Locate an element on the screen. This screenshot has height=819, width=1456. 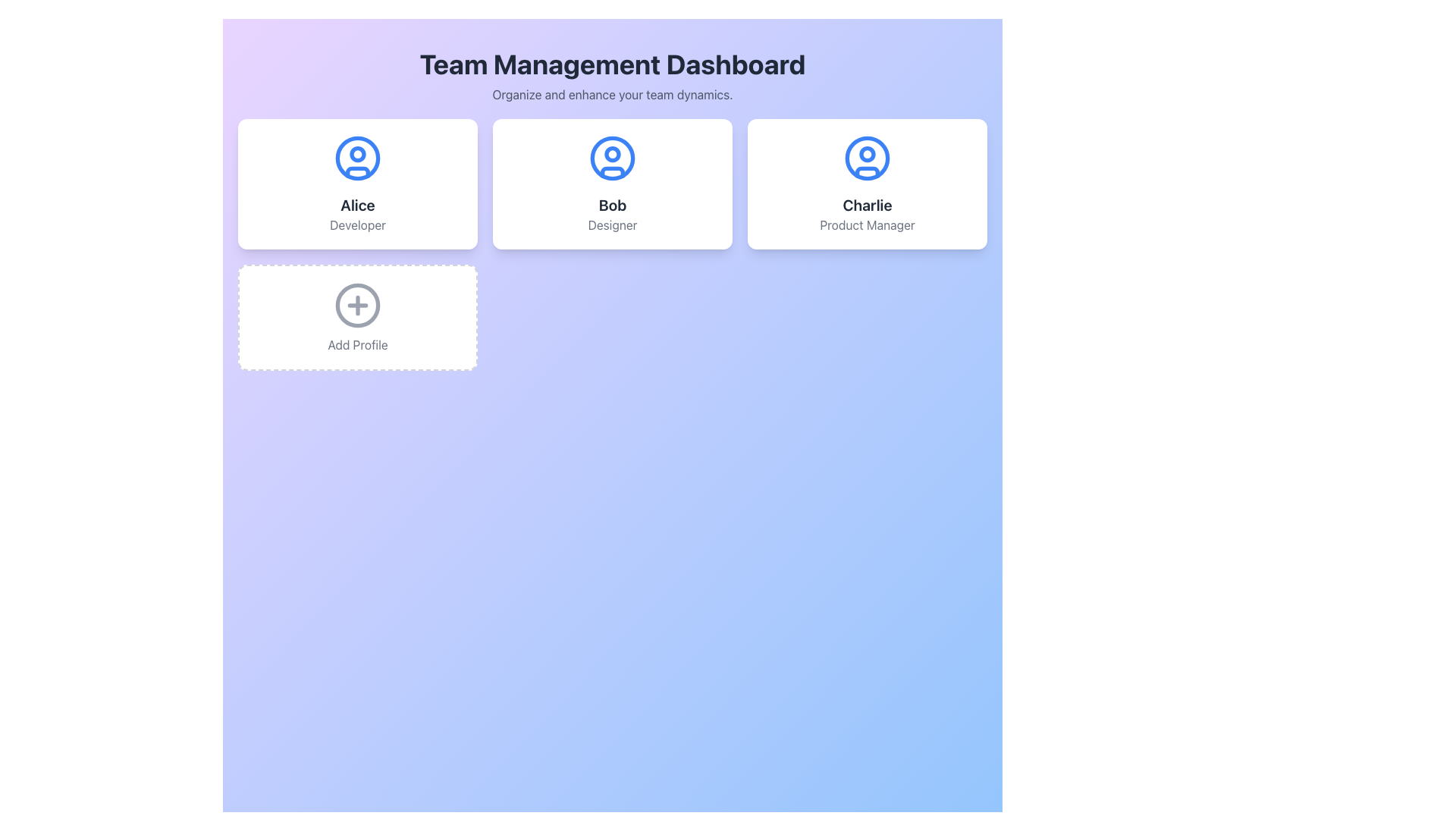
the circular user profile icon with a blue border representing 'Charlie, Product Manager' located on the white card at the top-center of the card is located at coordinates (867, 158).